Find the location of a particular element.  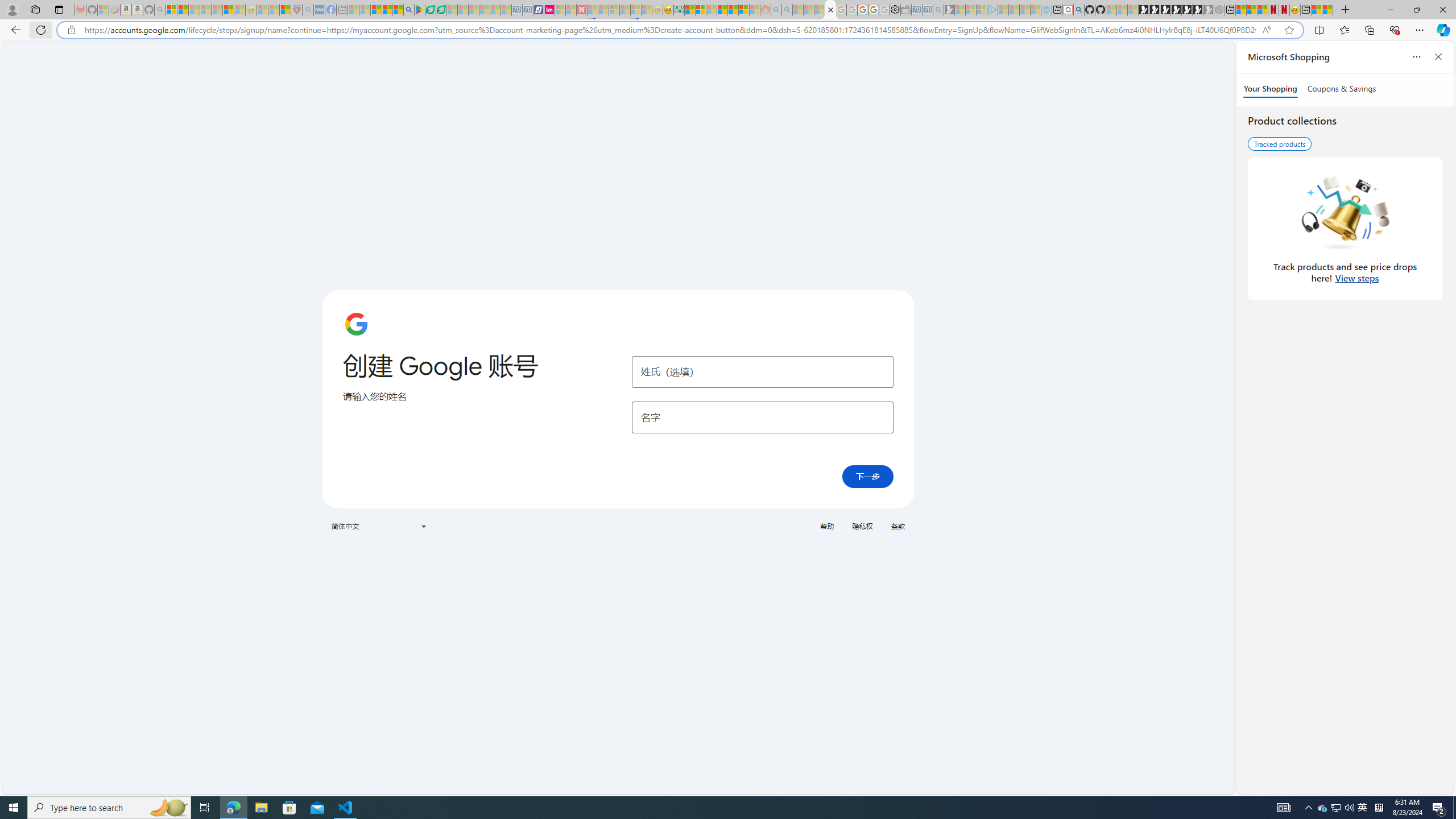

'Cheap Hotels - Save70.com - Sleeping' is located at coordinates (528, 9).